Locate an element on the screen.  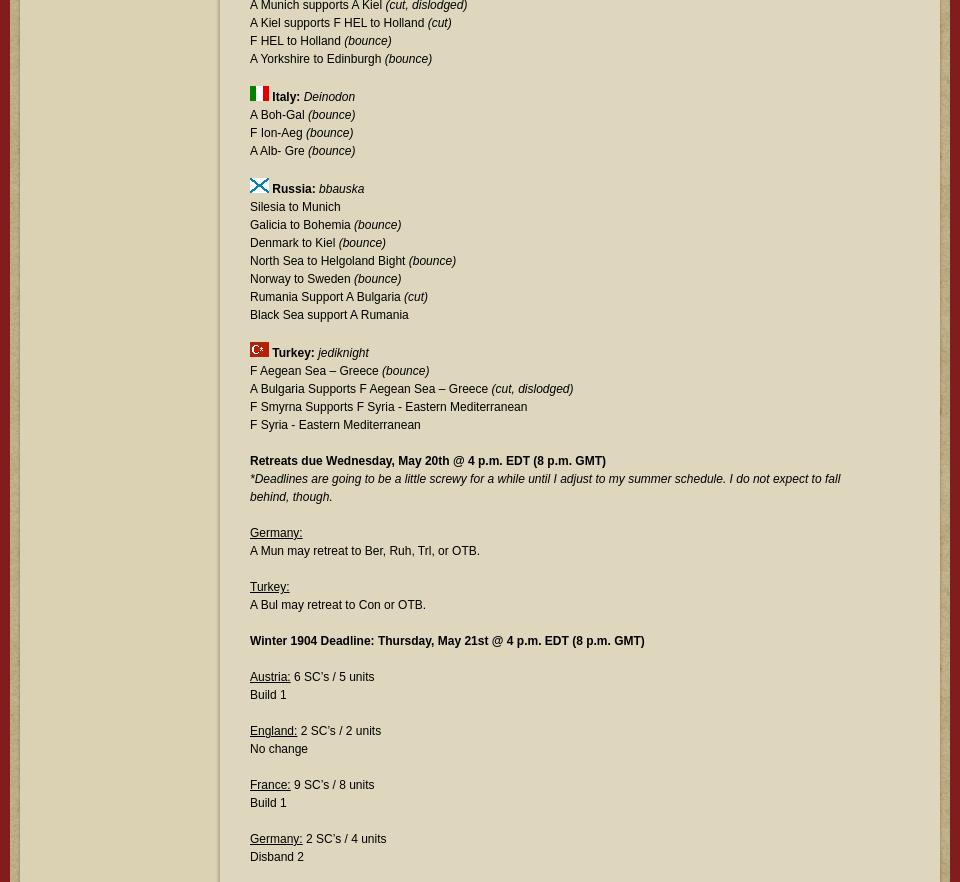
'Deinodon' is located at coordinates (302, 96).